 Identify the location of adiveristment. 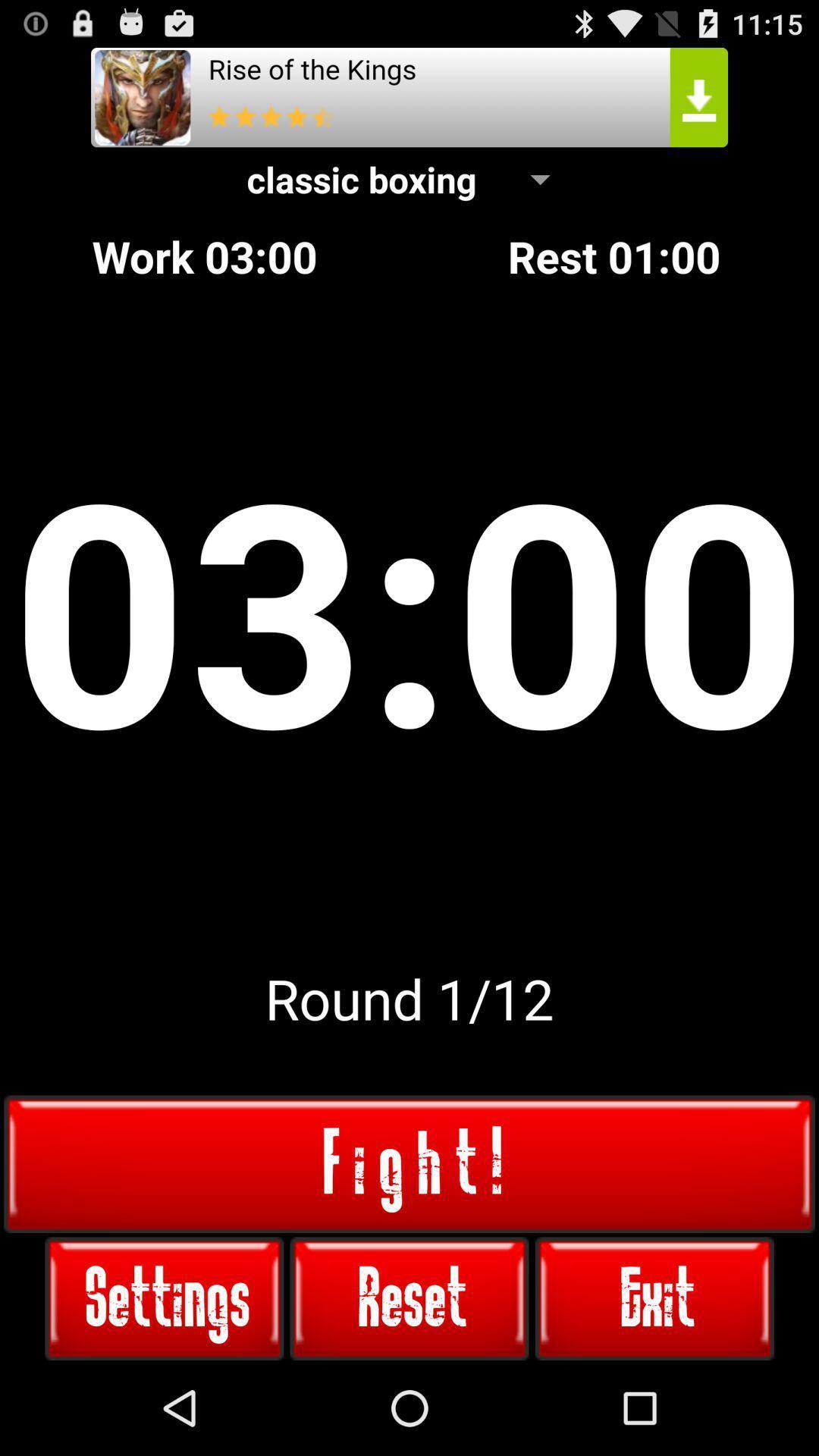
(409, 96).